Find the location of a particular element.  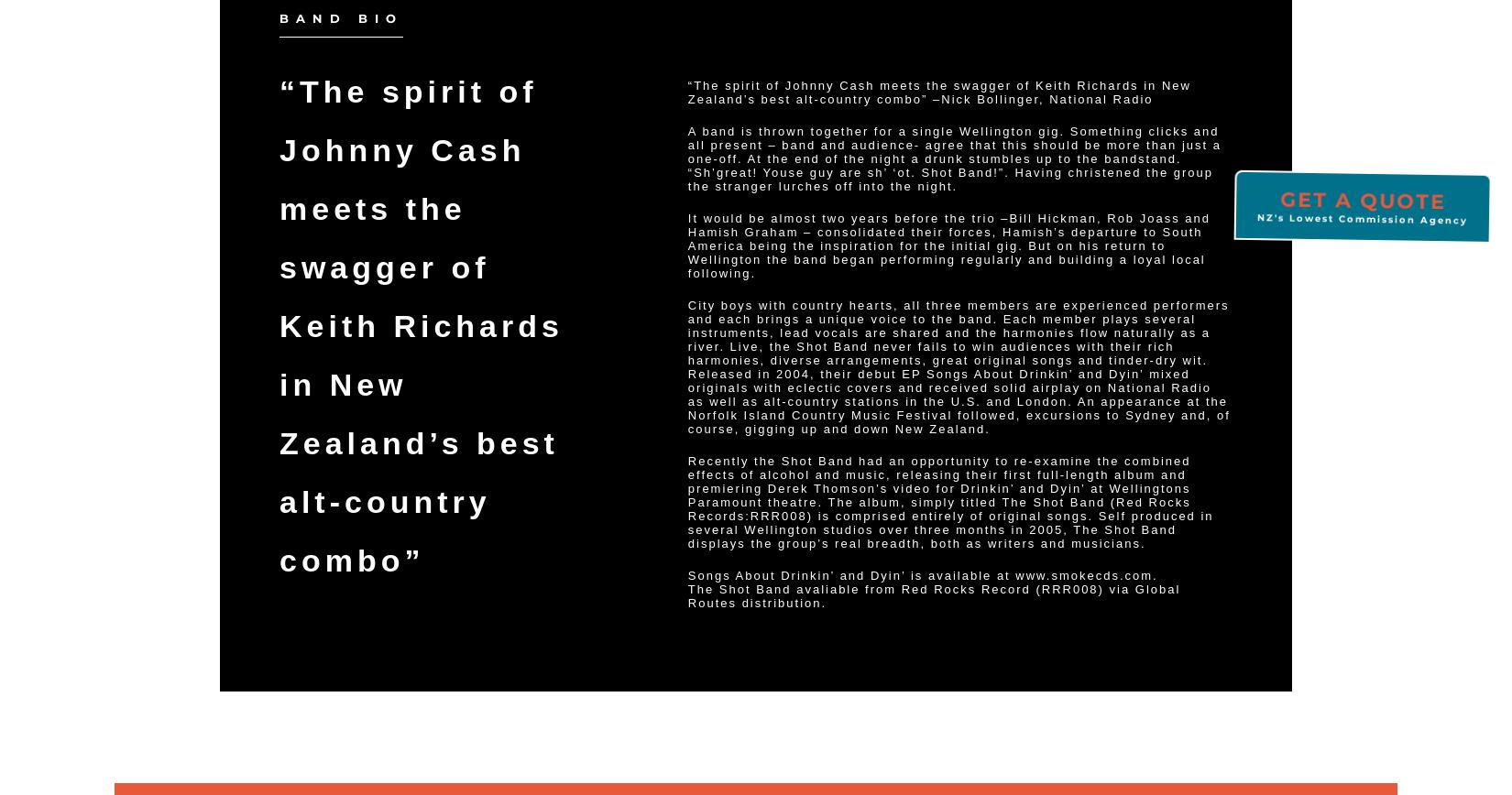

'NZ's Lowest Commission Agency' is located at coordinates (1364, 219).